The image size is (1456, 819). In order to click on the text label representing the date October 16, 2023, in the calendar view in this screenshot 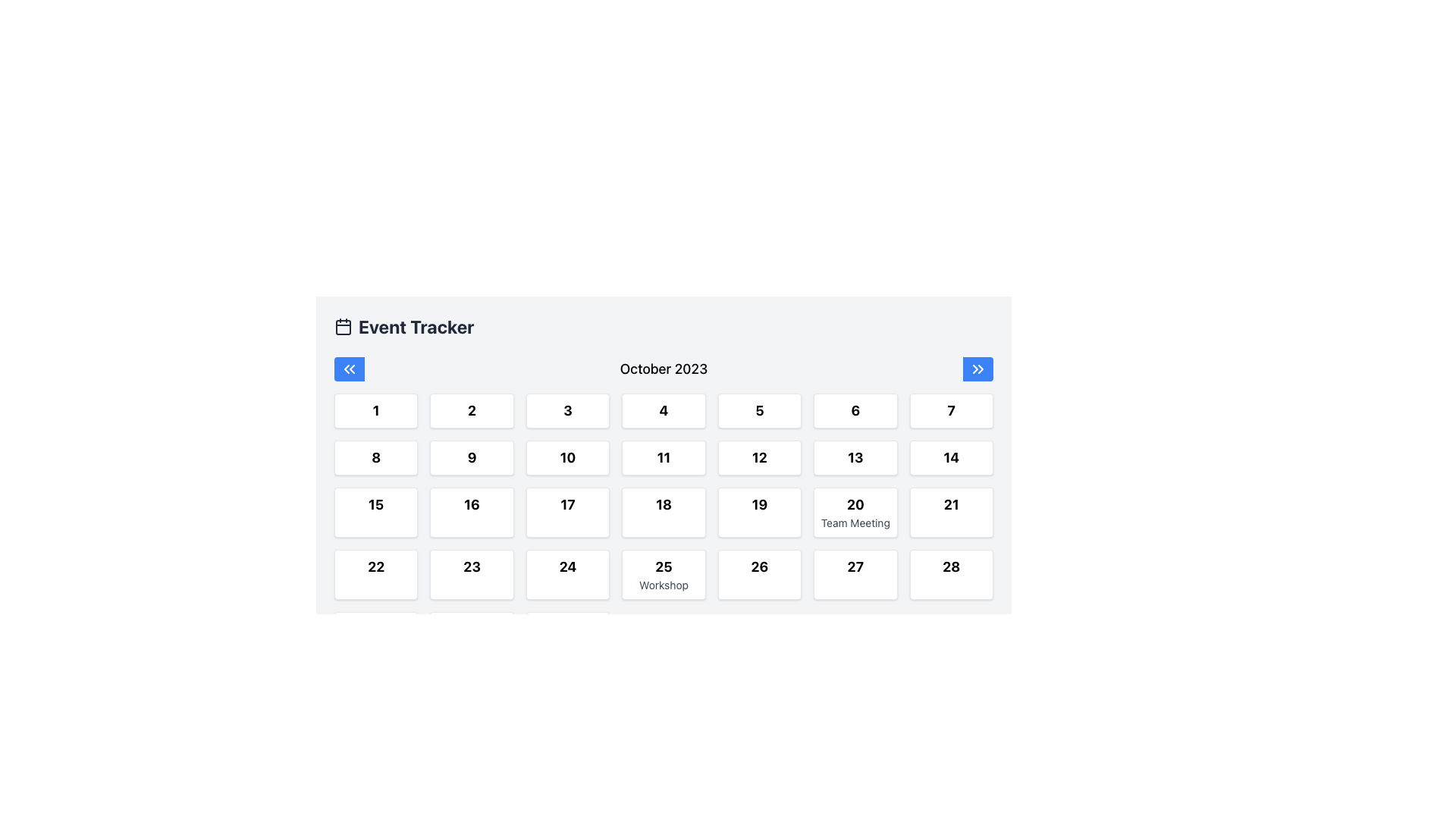, I will do `click(471, 505)`.